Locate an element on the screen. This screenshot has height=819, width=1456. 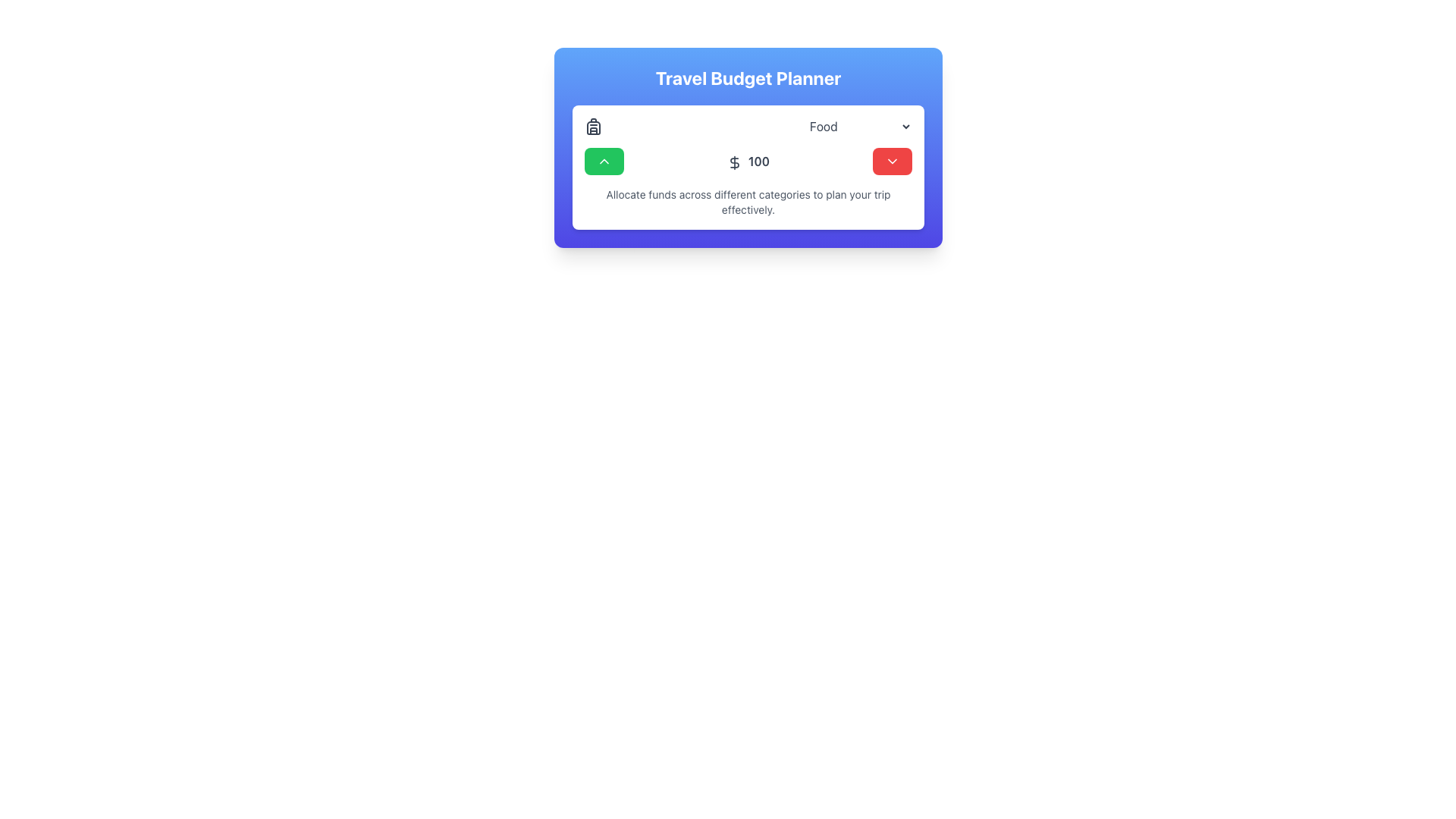
the upward-pointing arrow icon located inside the green button below the 'Travel Budget Planner' header is located at coordinates (603, 161).